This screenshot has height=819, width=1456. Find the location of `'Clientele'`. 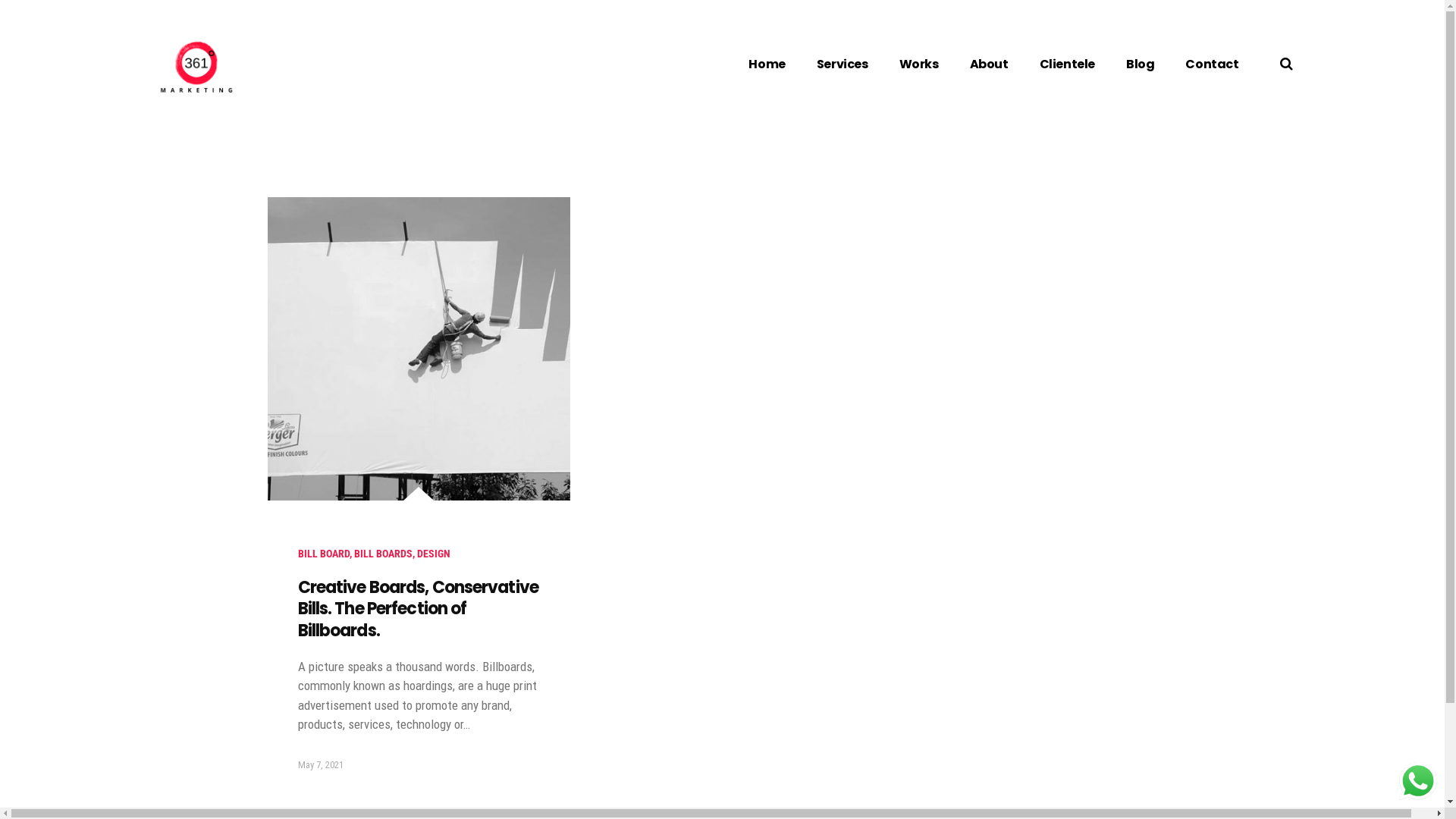

'Clientele' is located at coordinates (1066, 63).